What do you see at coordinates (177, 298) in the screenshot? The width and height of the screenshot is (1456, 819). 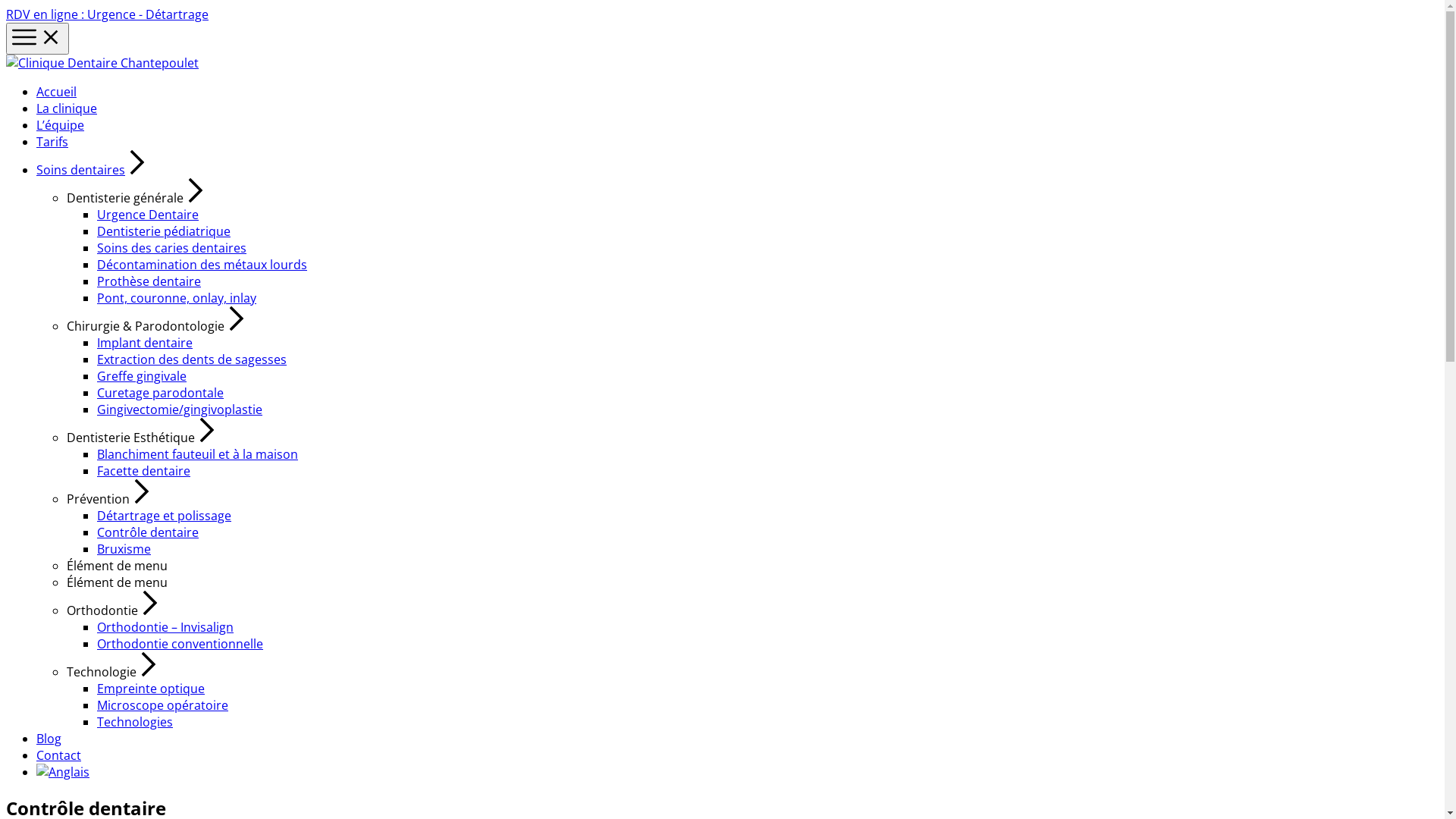 I see `'Pont, couronne, onlay, inlay'` at bounding box center [177, 298].